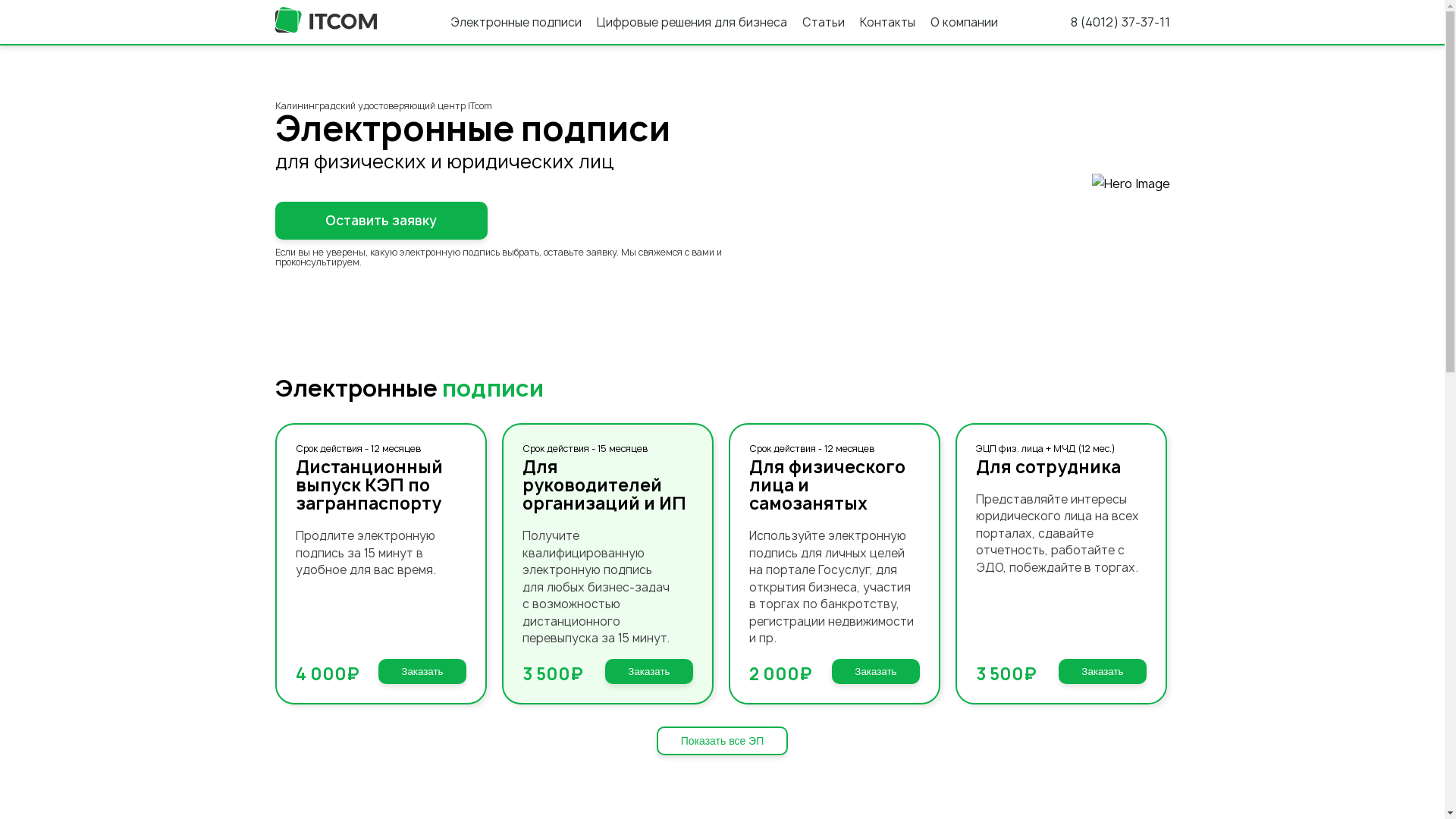  Describe the element at coordinates (1120, 22) in the screenshot. I see `'8 (4012) 37-37-11'` at that location.